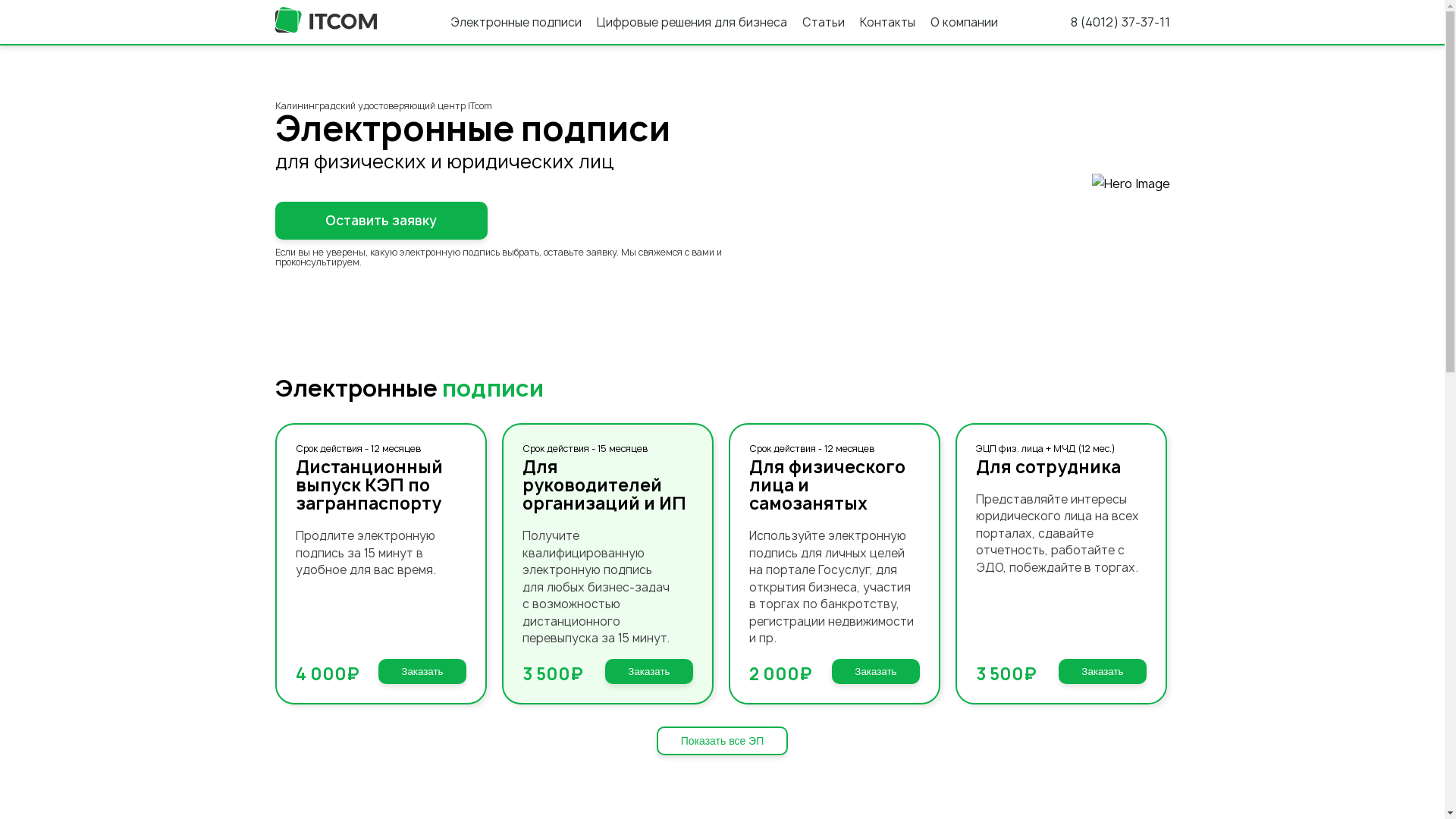  Describe the element at coordinates (1120, 22) in the screenshot. I see `'8 (4012) 37-37-11'` at that location.